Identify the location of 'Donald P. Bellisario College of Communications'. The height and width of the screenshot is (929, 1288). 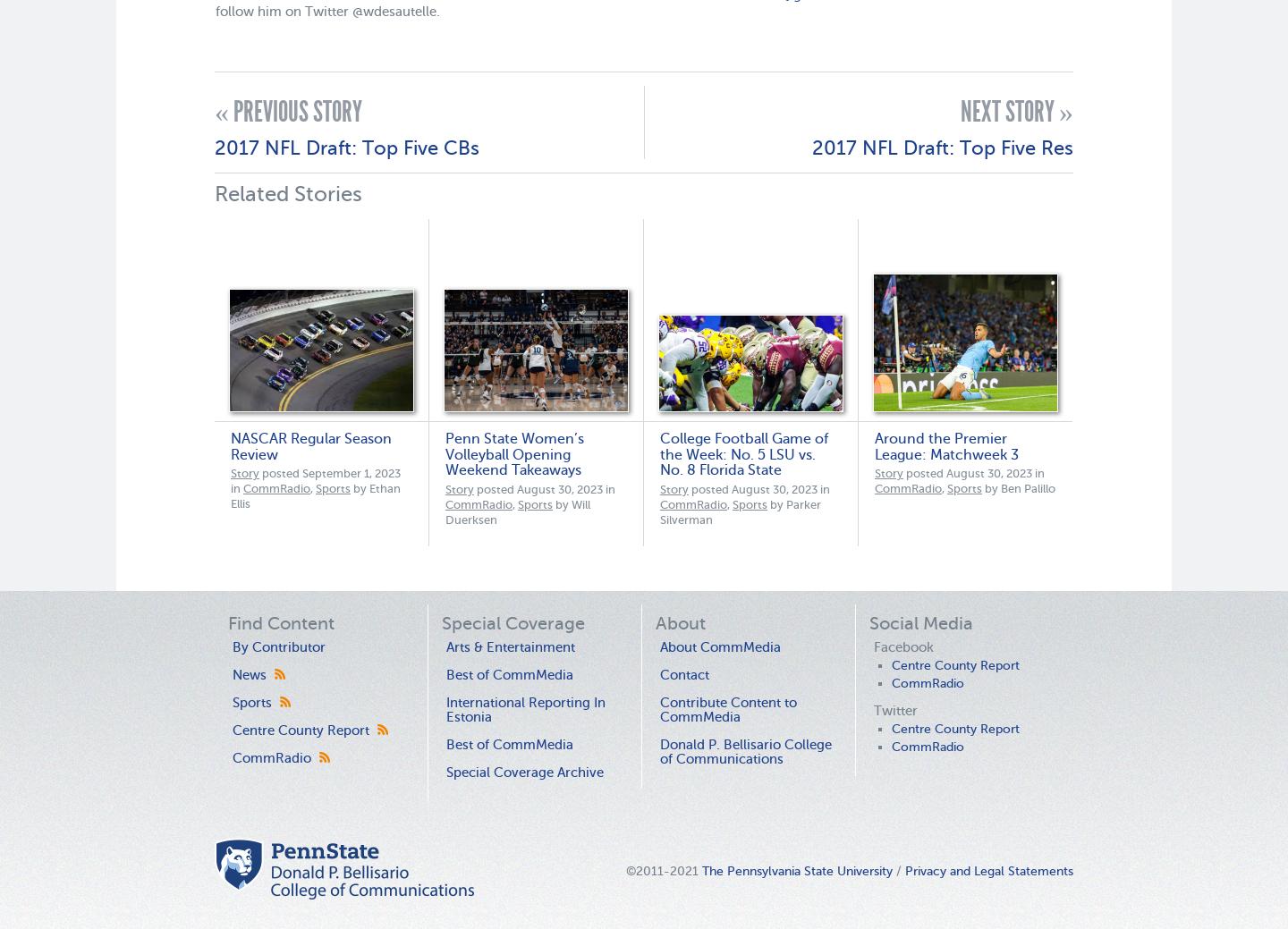
(746, 750).